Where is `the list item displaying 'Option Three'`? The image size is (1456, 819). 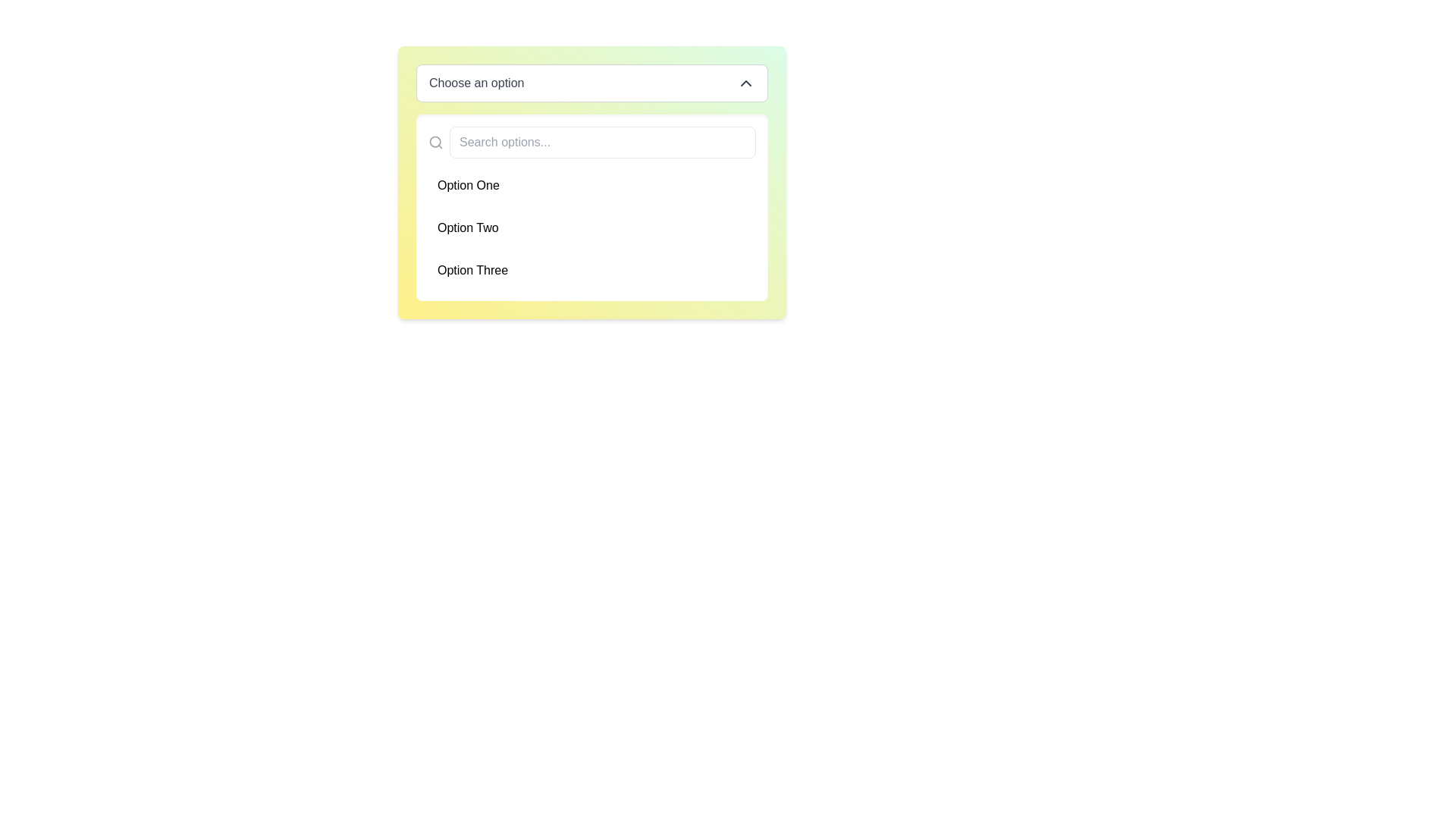
the list item displaying 'Option Three' is located at coordinates (591, 270).